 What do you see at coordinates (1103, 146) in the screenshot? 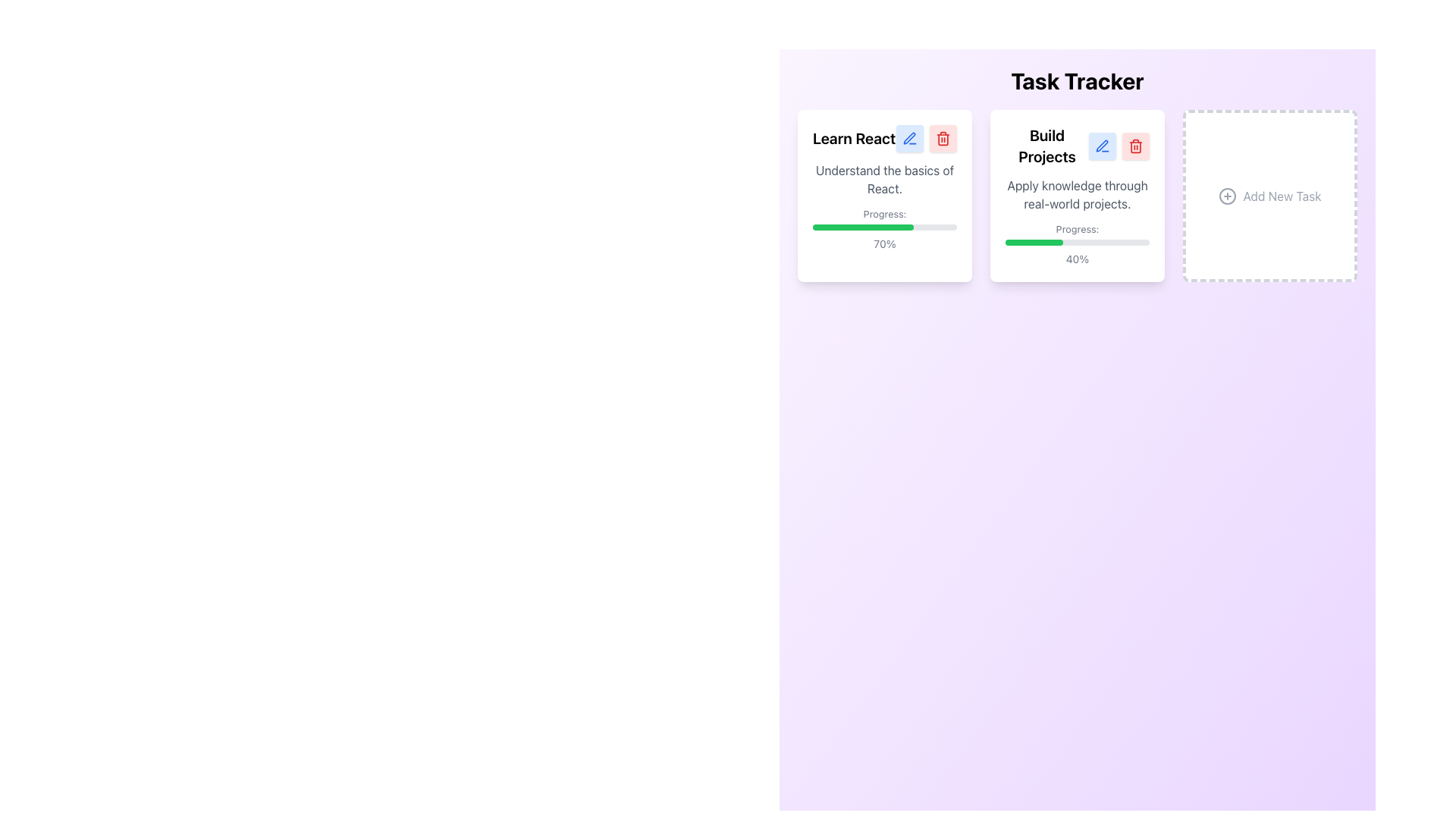
I see `the blue pen icon indicating editing functionality located in the top-right corner of the 'Build Projects' task card` at bounding box center [1103, 146].